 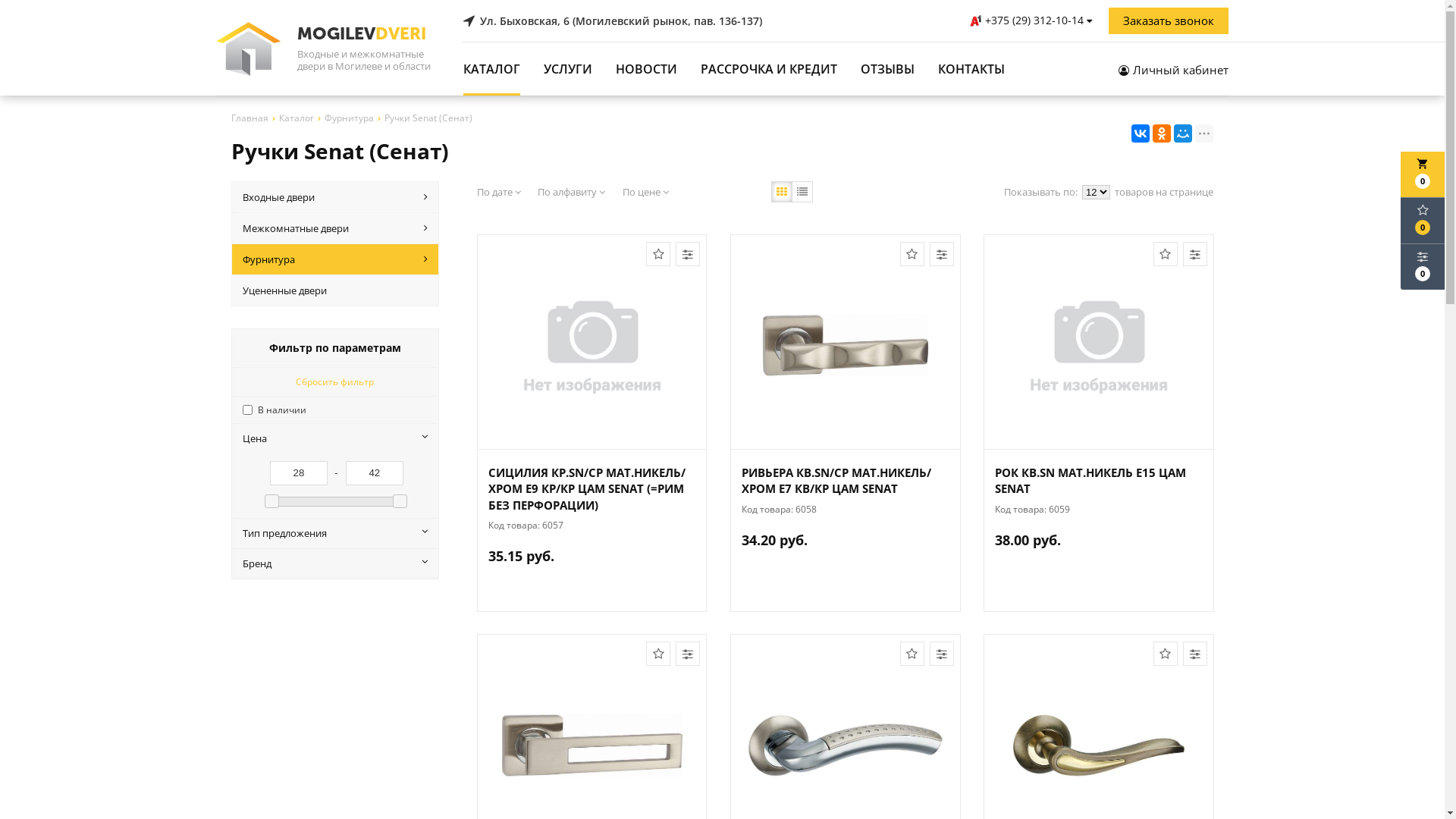 What do you see at coordinates (1422, 265) in the screenshot?
I see `'0'` at bounding box center [1422, 265].